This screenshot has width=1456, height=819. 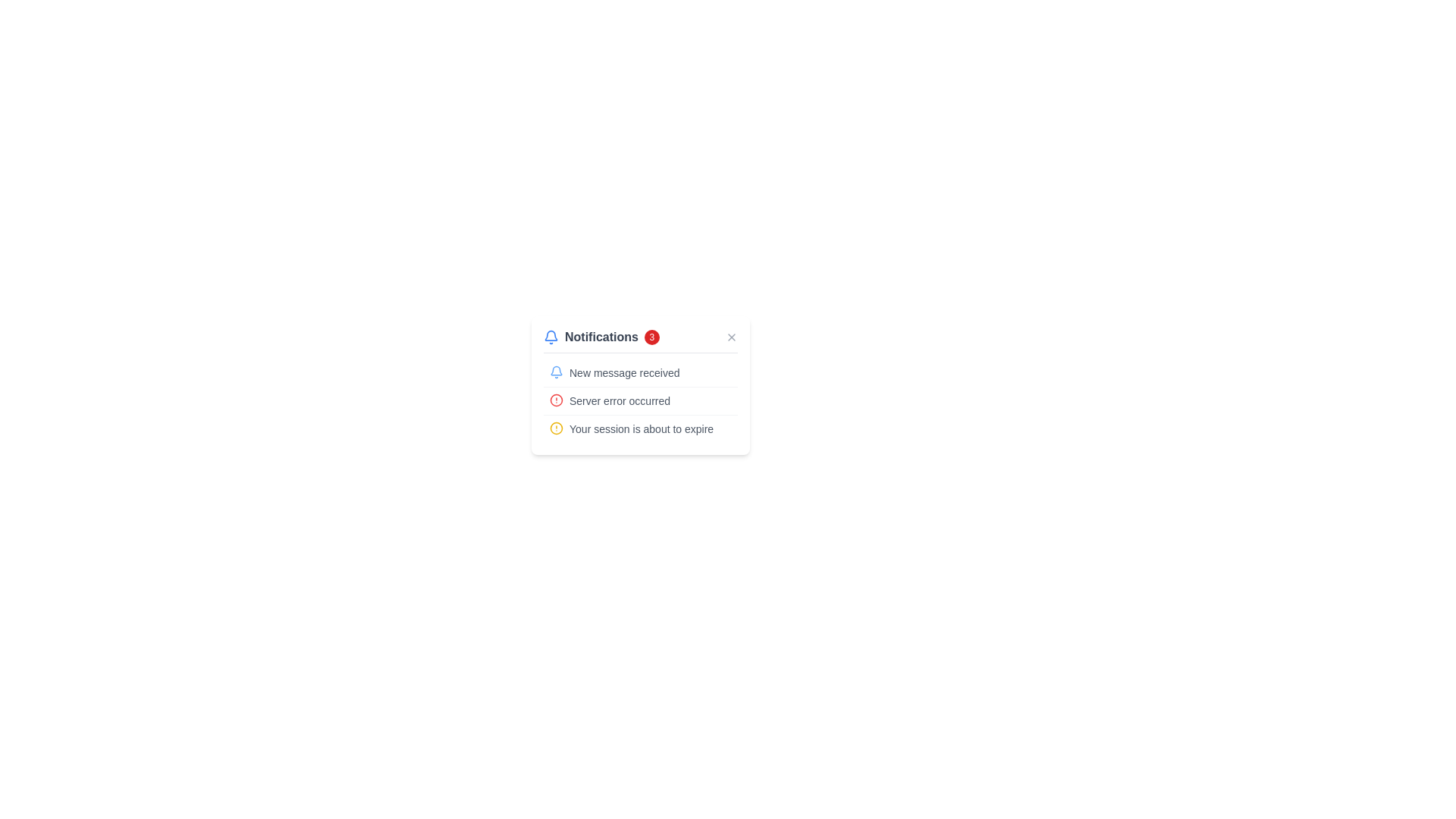 What do you see at coordinates (640, 400) in the screenshot?
I see `the second notification item in the dropdown list, which indicates a server error occurred` at bounding box center [640, 400].